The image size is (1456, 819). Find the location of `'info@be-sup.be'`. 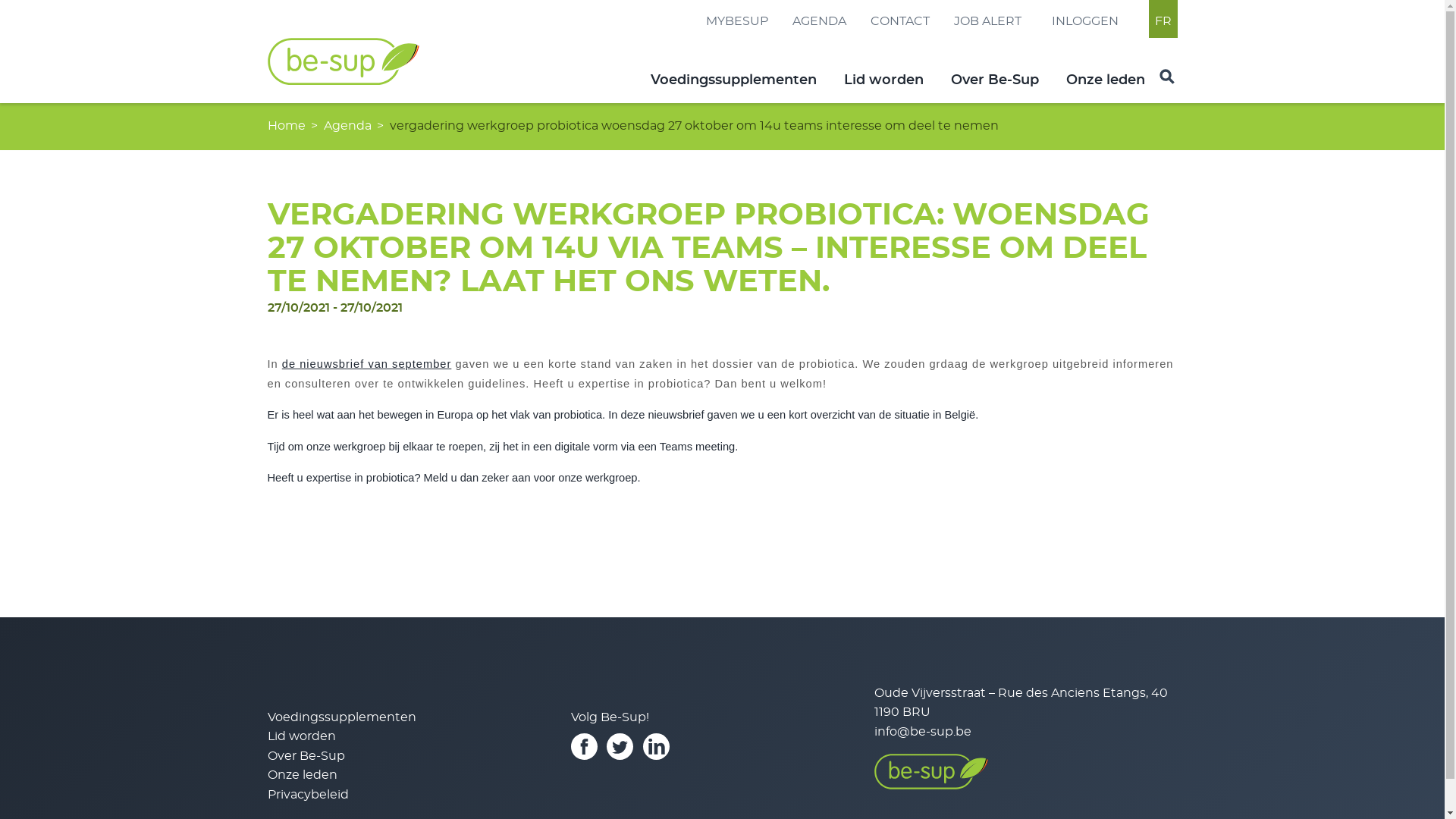

'info@be-sup.be' is located at coordinates (874, 730).